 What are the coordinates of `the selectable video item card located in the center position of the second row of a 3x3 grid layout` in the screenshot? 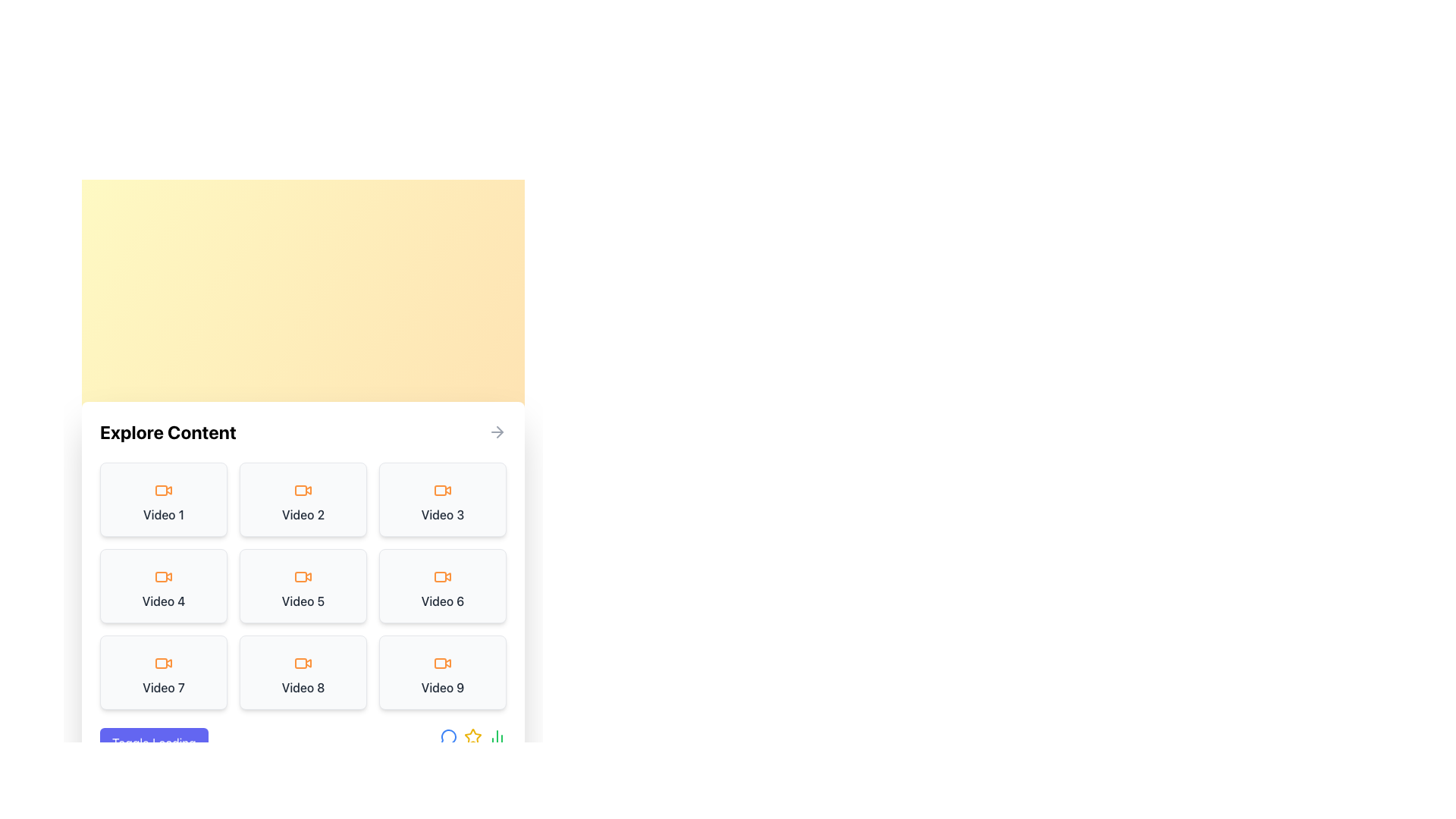 It's located at (303, 585).